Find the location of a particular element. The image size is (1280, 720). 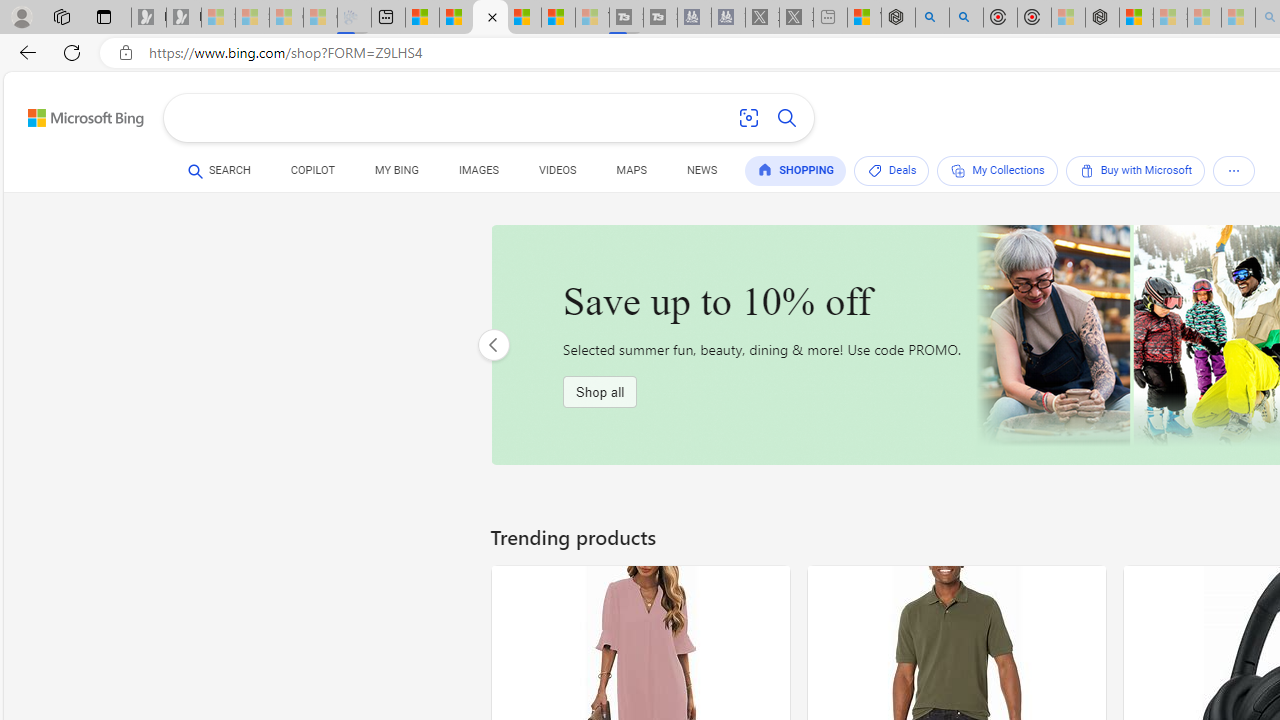

'Close tab' is located at coordinates (492, 17).